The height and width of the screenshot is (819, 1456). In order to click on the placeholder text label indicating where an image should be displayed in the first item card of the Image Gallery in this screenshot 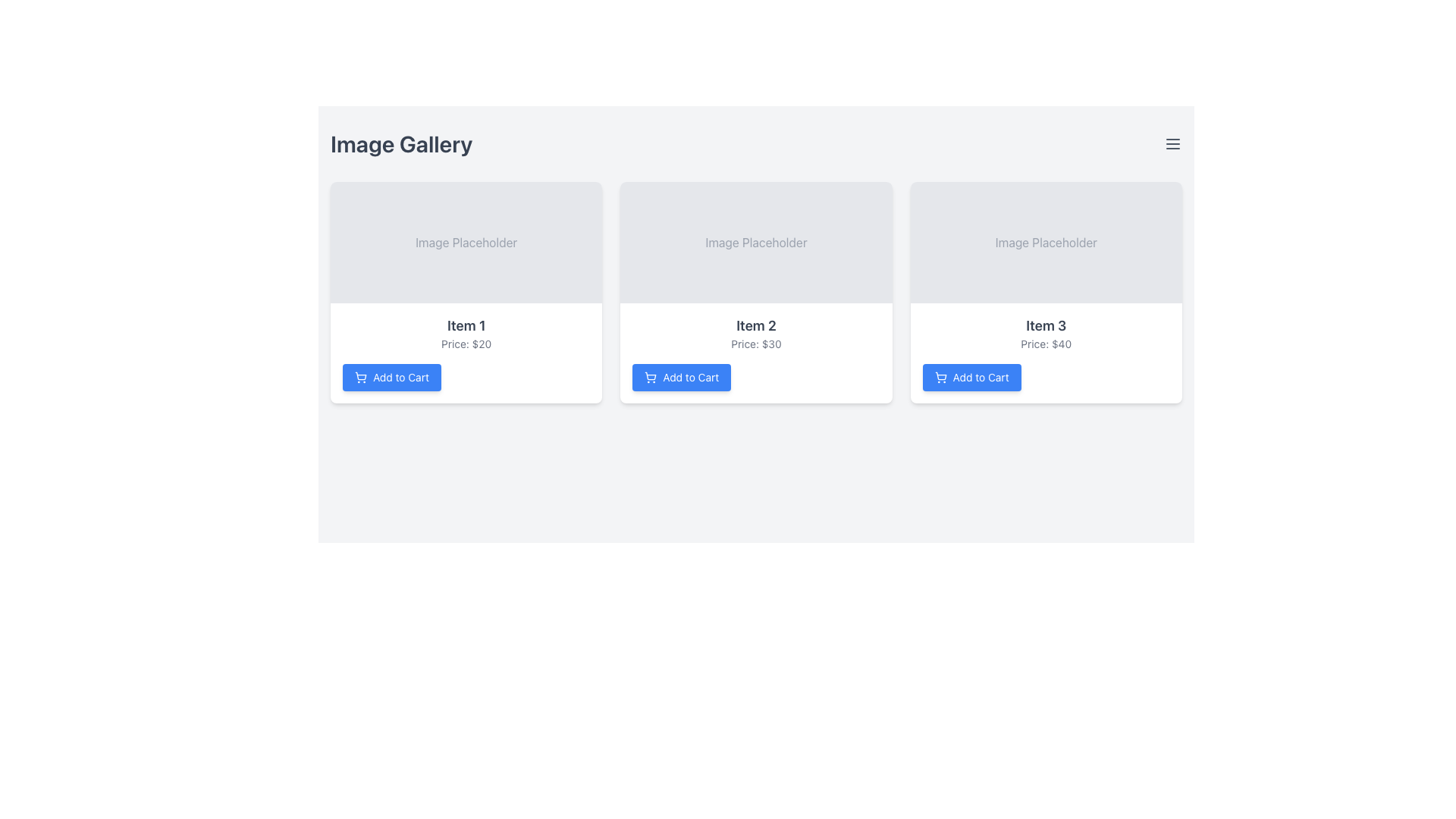, I will do `click(466, 242)`.